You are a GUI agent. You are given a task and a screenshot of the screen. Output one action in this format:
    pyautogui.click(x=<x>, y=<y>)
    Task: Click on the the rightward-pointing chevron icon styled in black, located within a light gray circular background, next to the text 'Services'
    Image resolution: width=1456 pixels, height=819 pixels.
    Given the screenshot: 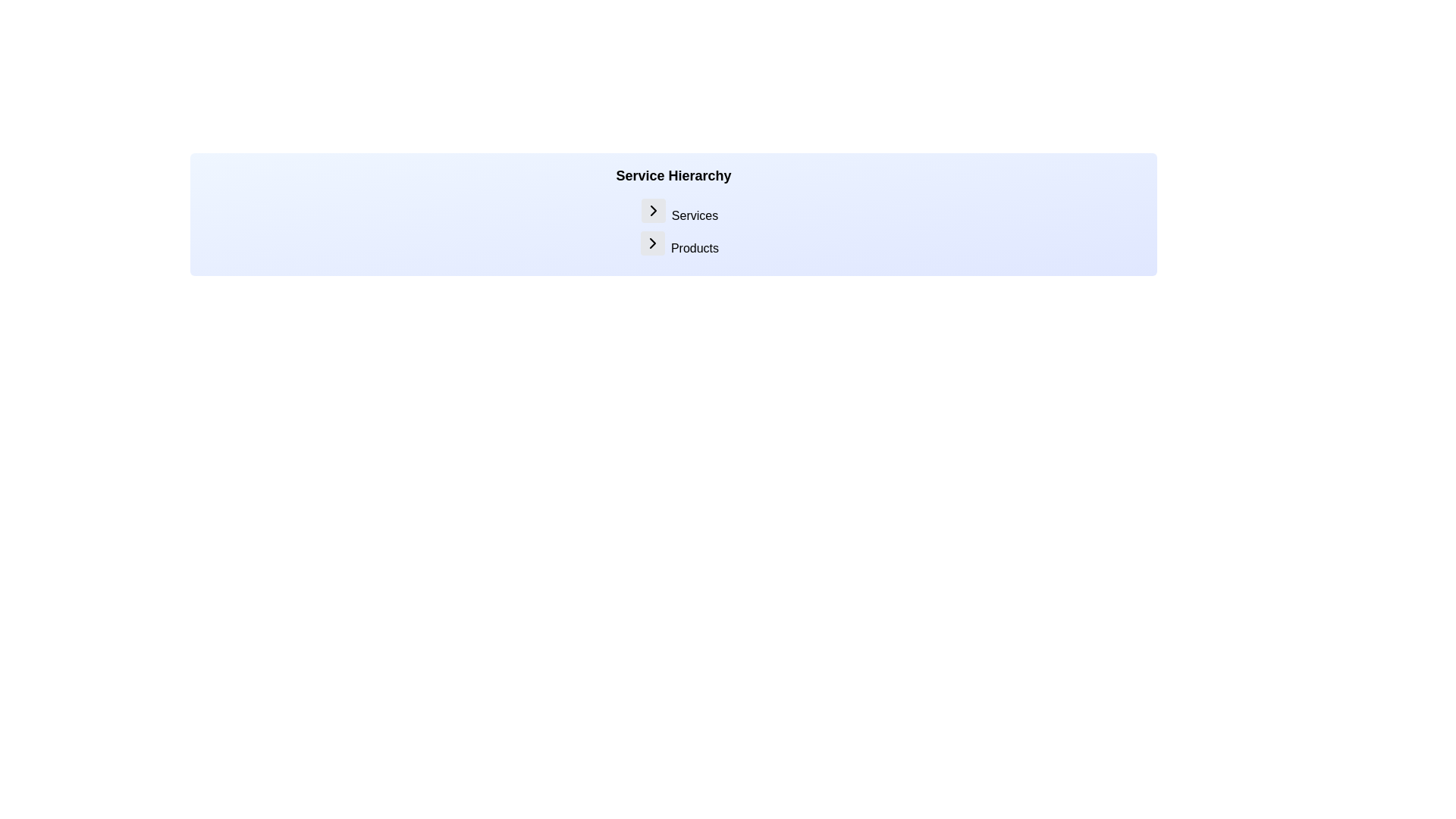 What is the action you would take?
    pyautogui.click(x=653, y=210)
    